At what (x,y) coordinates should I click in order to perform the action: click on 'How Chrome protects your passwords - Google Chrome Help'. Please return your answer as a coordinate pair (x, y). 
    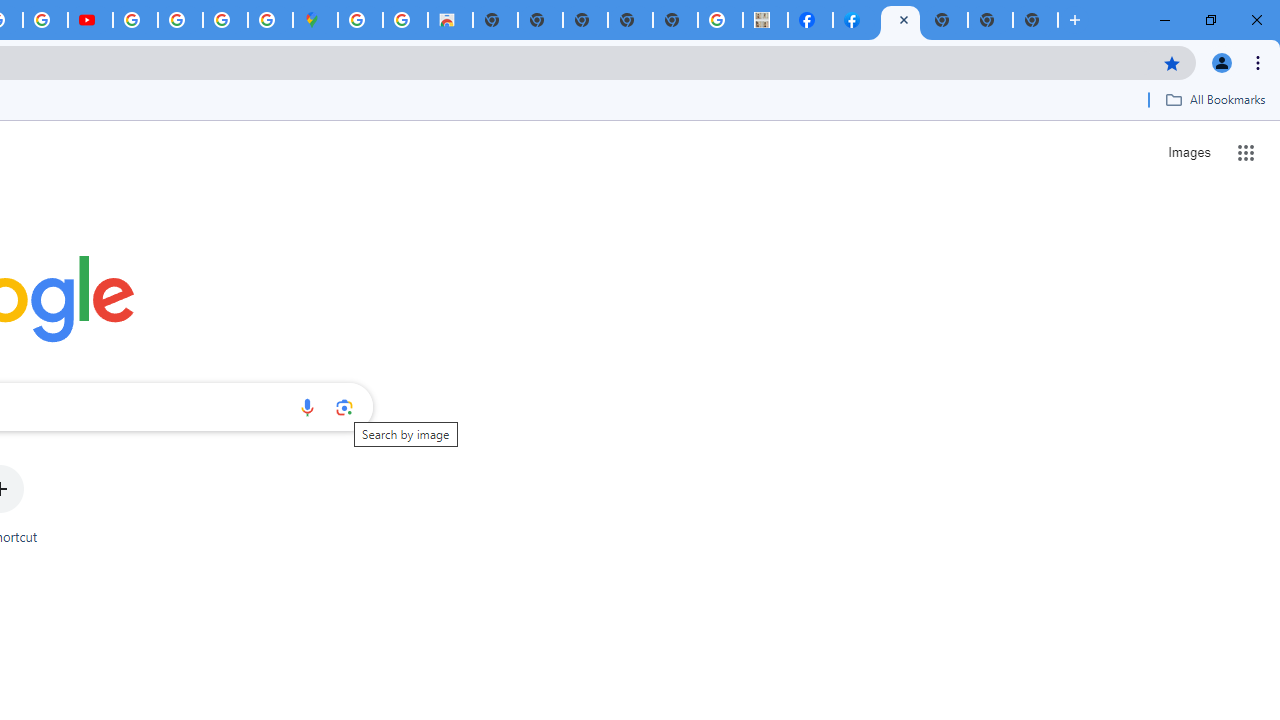
    Looking at the image, I should click on (134, 20).